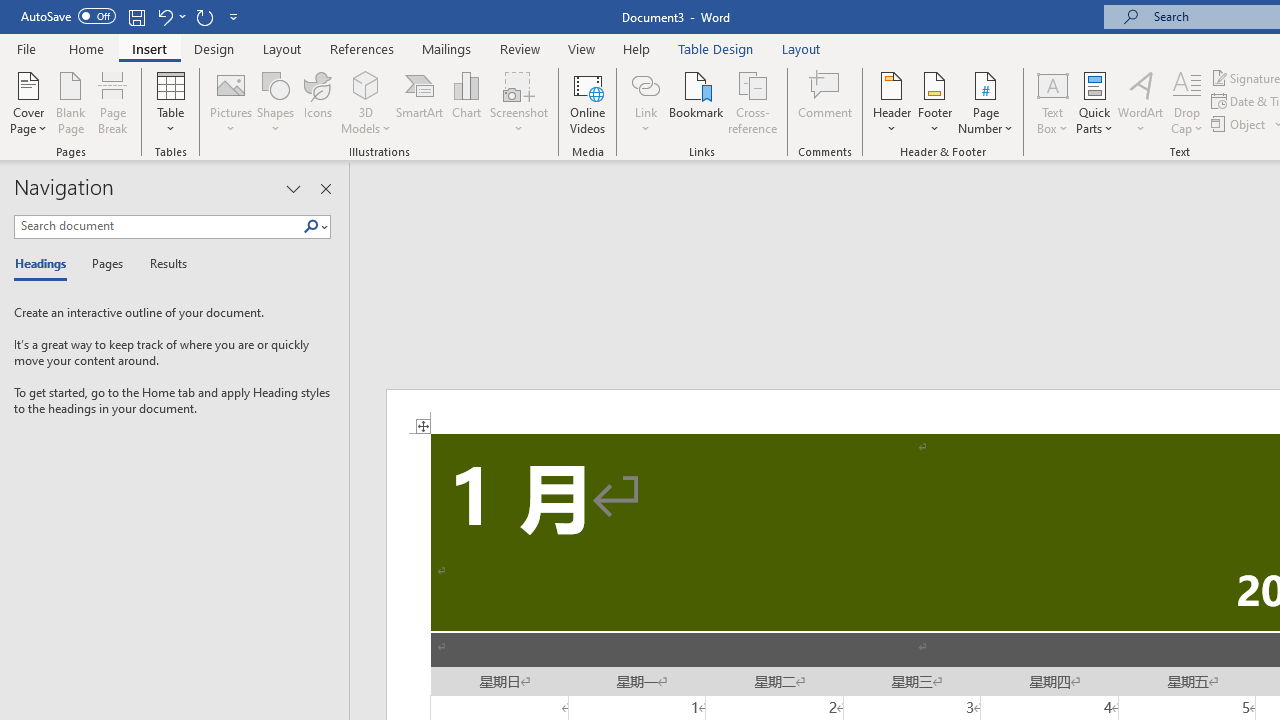 The width and height of the screenshot is (1280, 720). Describe the element at coordinates (231, 103) in the screenshot. I see `'Pictures'` at that location.